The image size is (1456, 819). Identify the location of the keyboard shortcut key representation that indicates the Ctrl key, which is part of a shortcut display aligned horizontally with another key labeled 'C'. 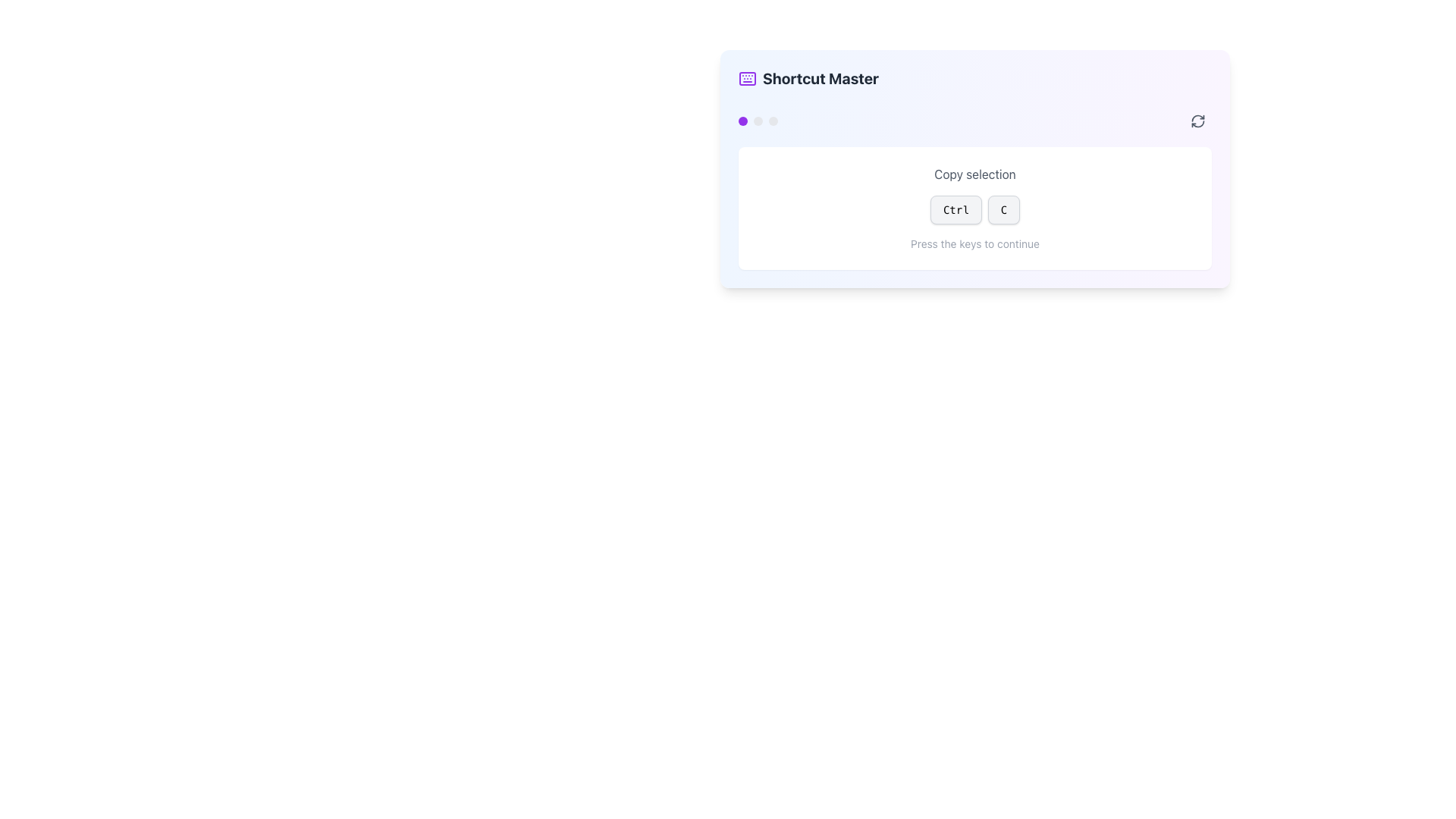
(975, 209).